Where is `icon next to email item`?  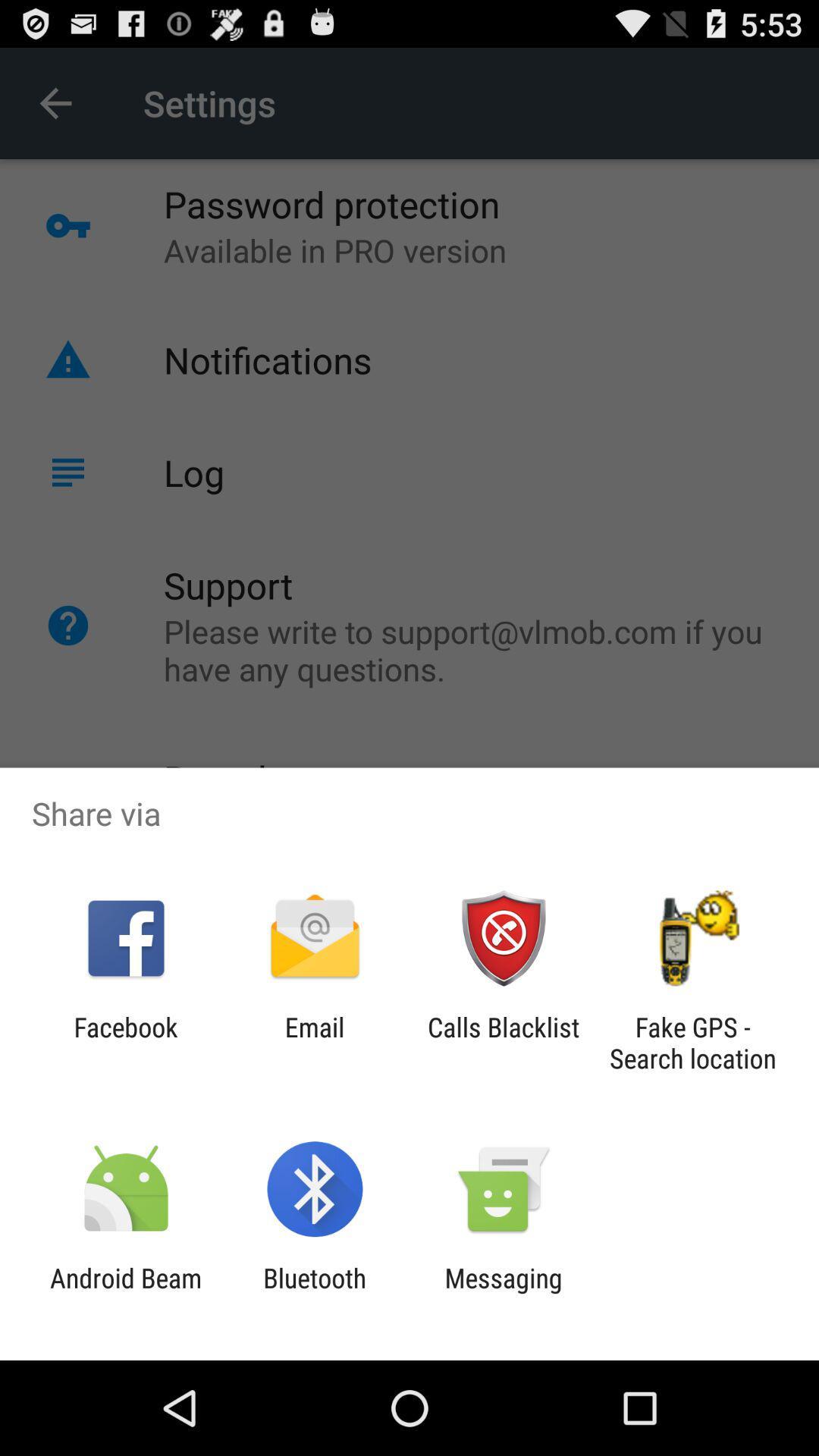 icon next to email item is located at coordinates (125, 1042).